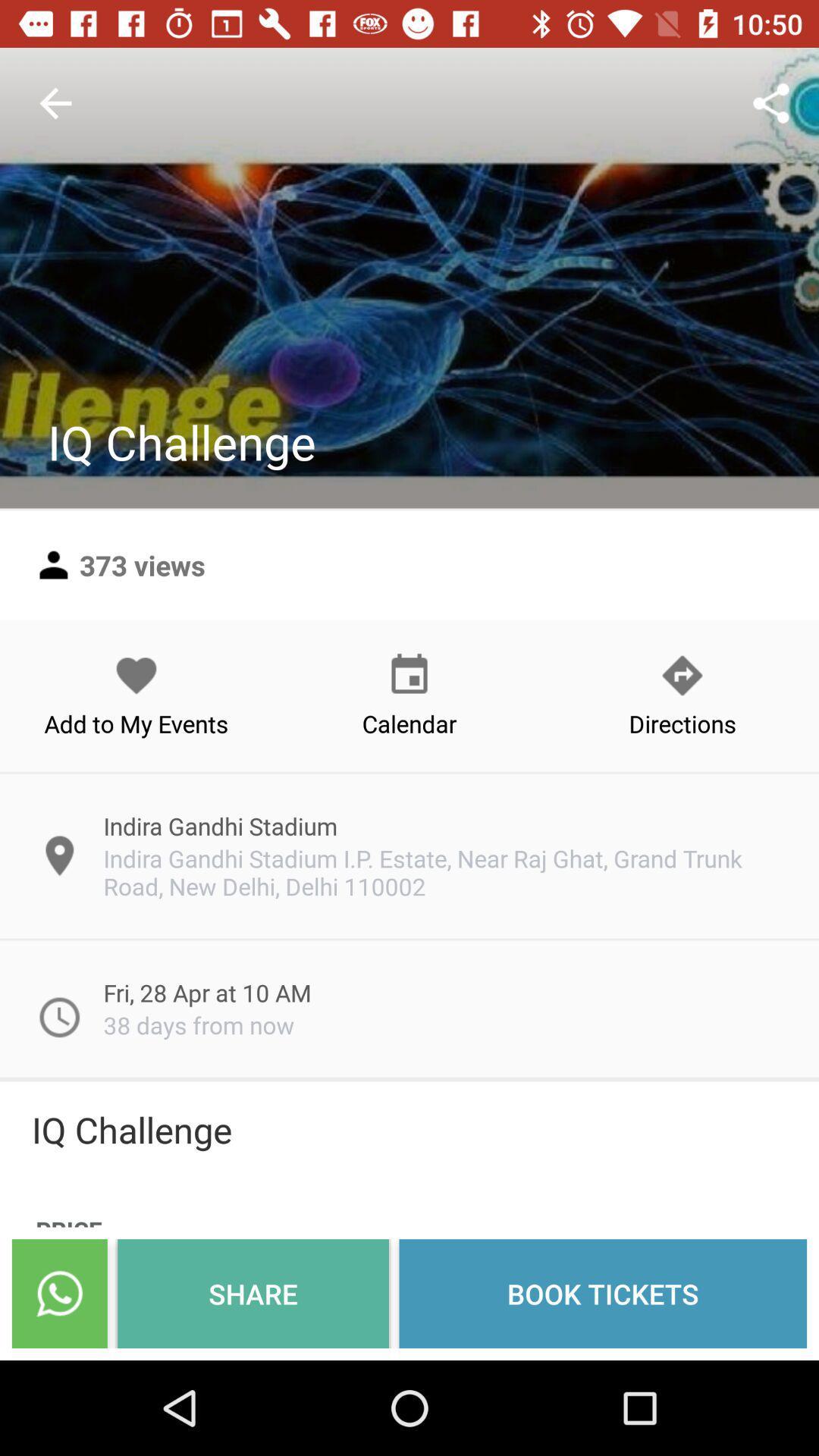 The width and height of the screenshot is (819, 1456). I want to click on directions icon, so click(681, 695).